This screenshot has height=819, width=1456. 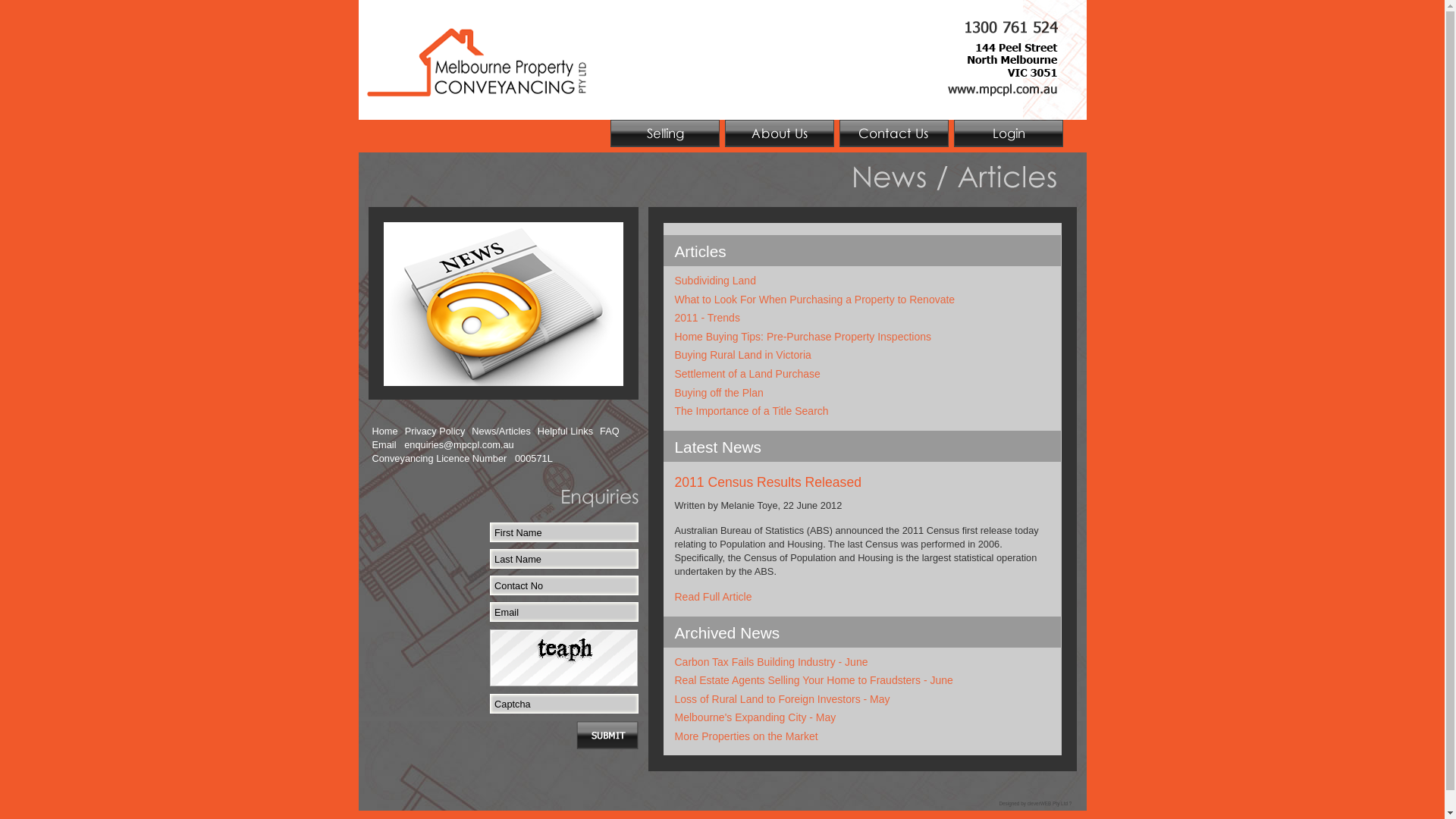 What do you see at coordinates (813, 679) in the screenshot?
I see `'Real Estate Agents Selling Your Home to Fraudsters - June'` at bounding box center [813, 679].